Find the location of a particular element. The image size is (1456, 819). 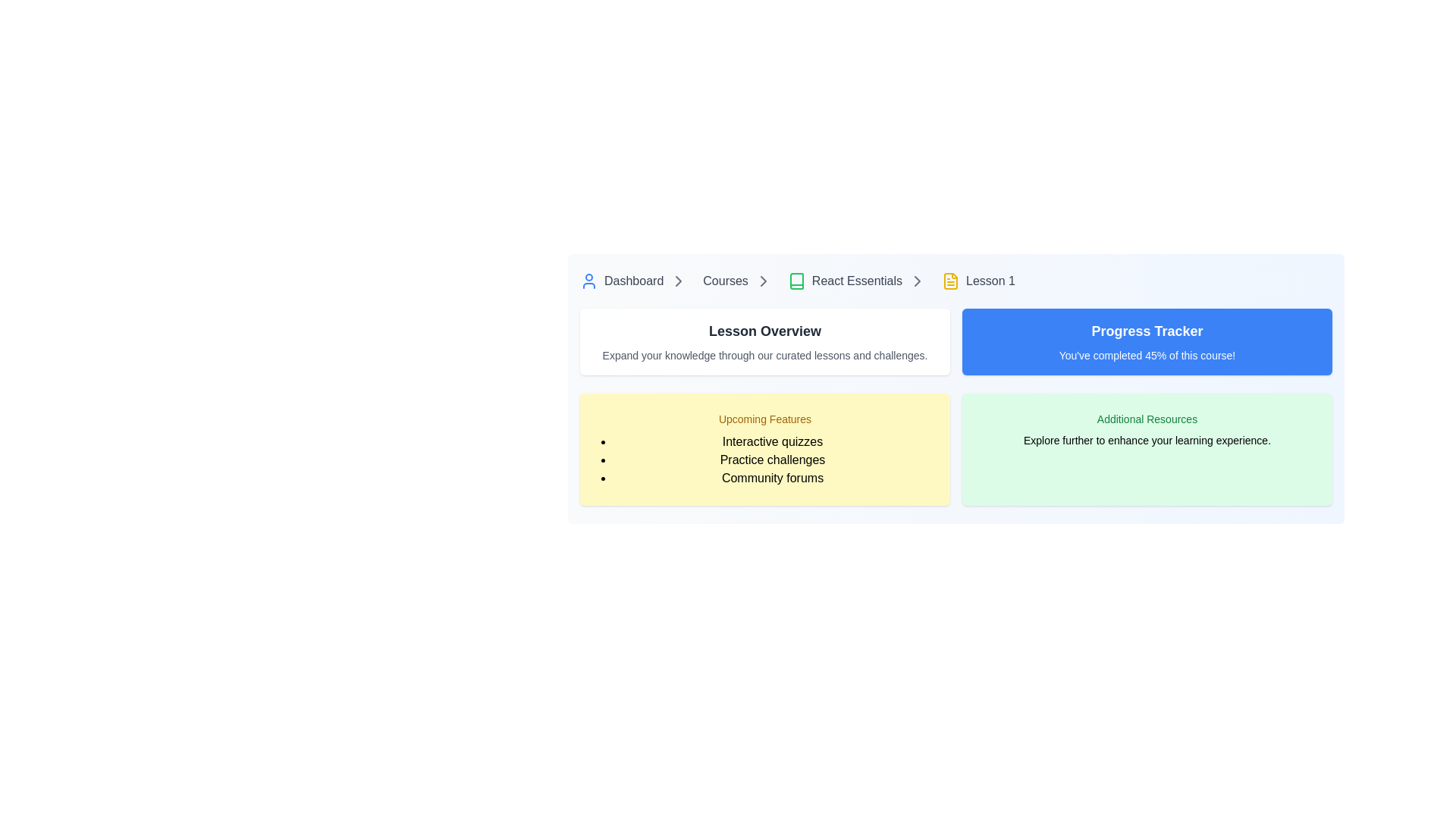

the SVG Icon that serves as a visual indicator for navigation in the breadcrumb interface, located between 'Dashboard' and 'Courses' is located at coordinates (678, 281).